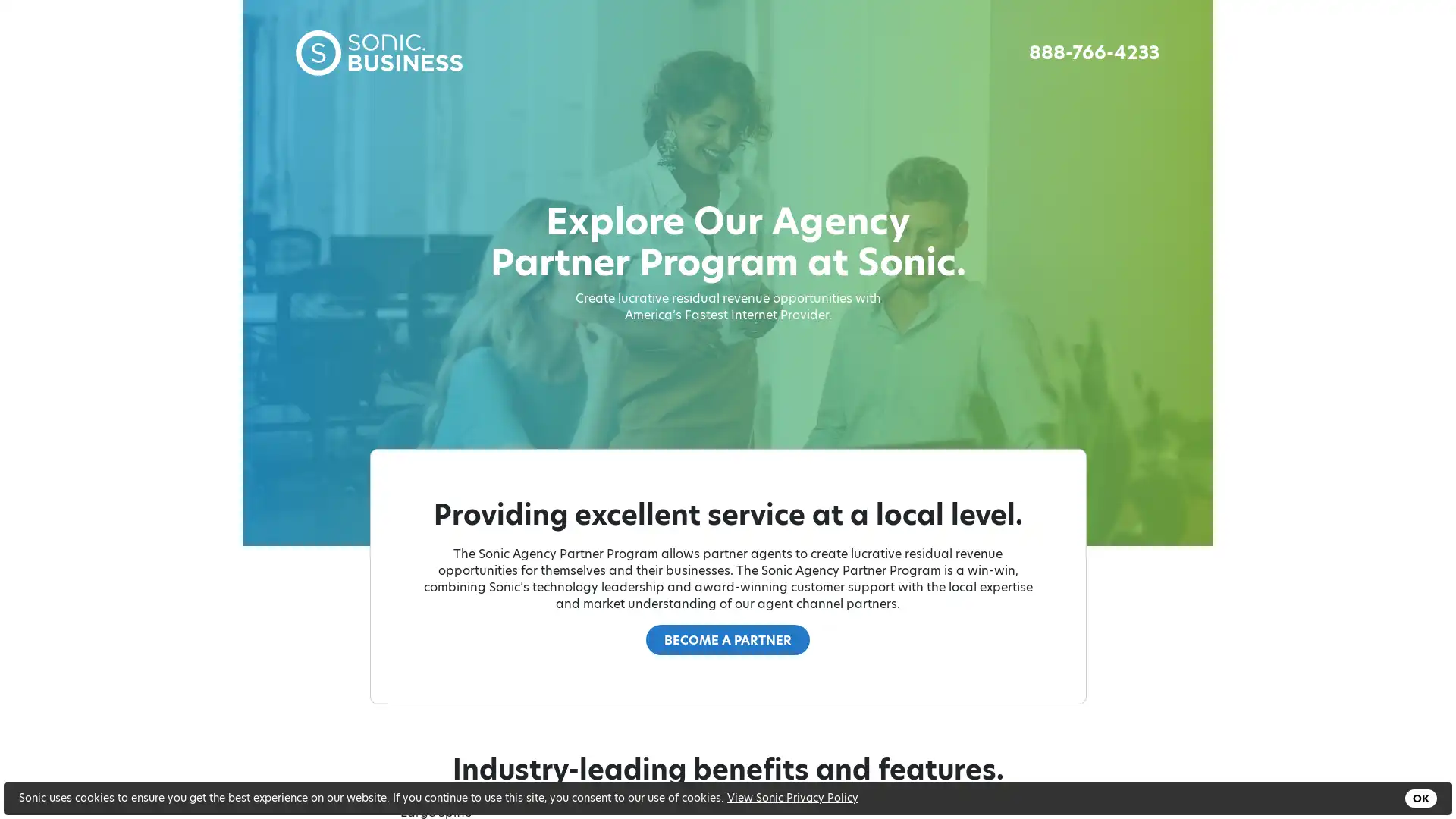 The width and height of the screenshot is (1456, 819). I want to click on OK, so click(1420, 798).